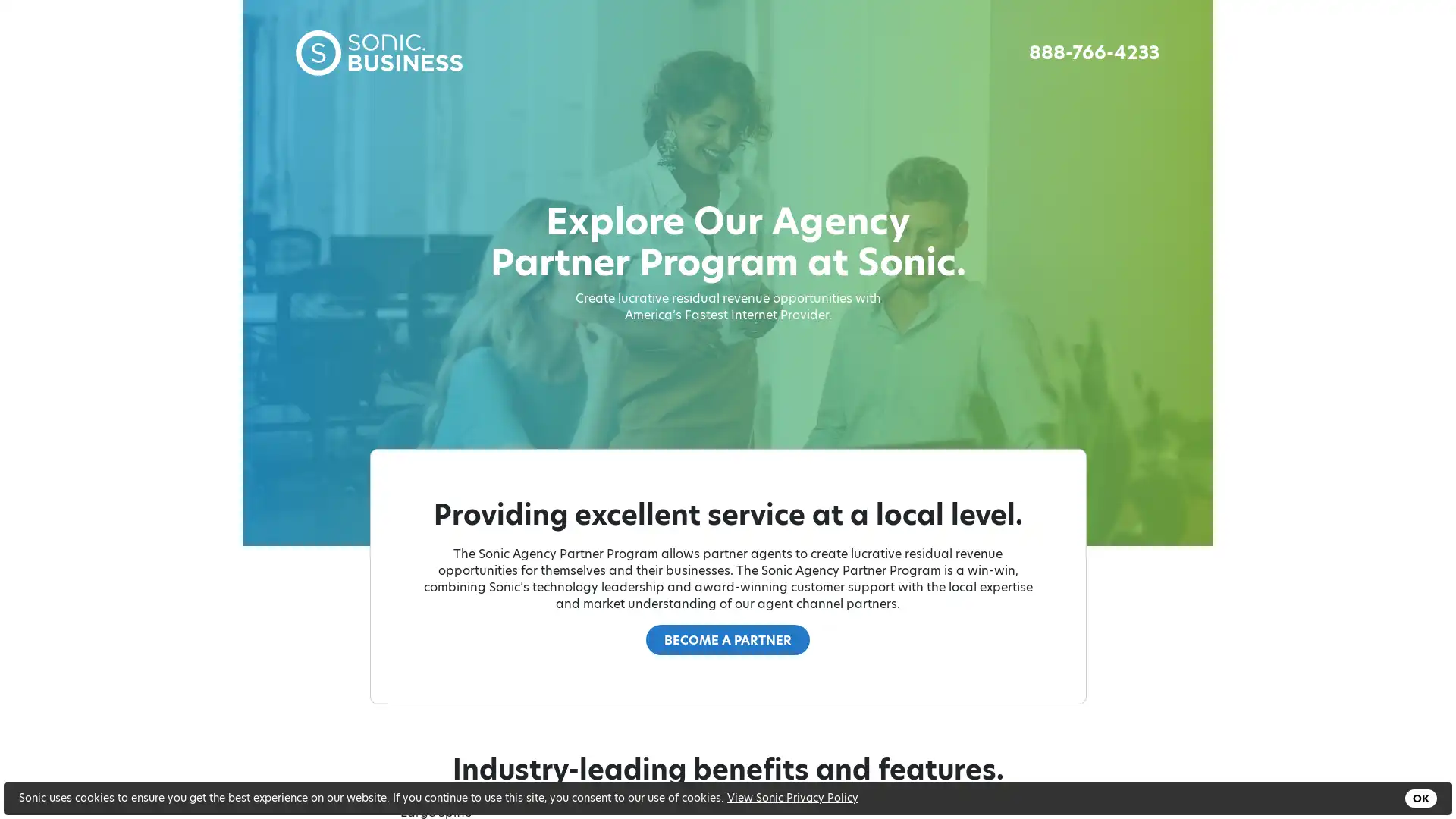 The width and height of the screenshot is (1456, 819). I want to click on OK, so click(1420, 798).